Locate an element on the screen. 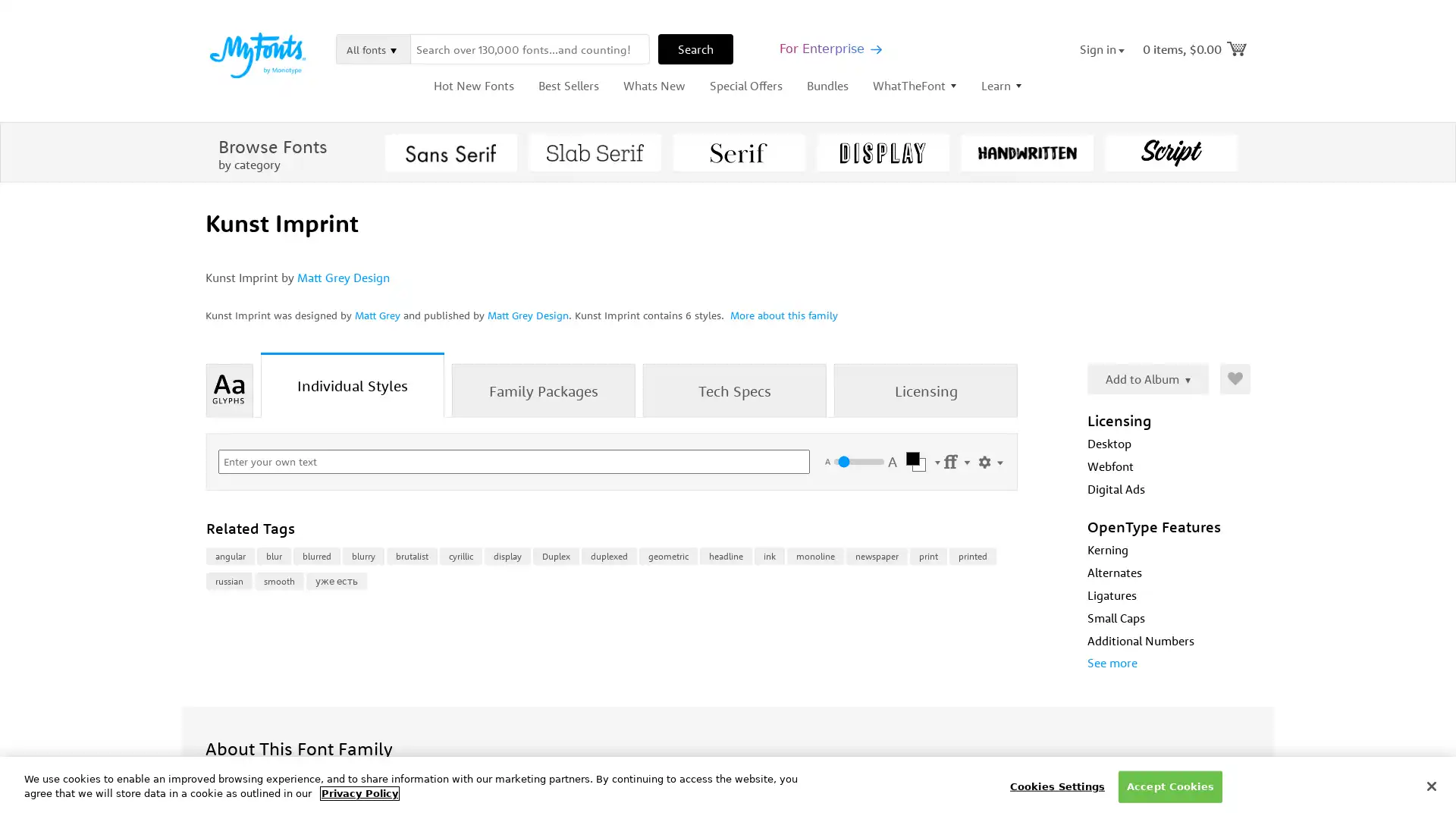 The width and height of the screenshot is (1456, 819). Buying Choices is located at coordinates (958, 717).